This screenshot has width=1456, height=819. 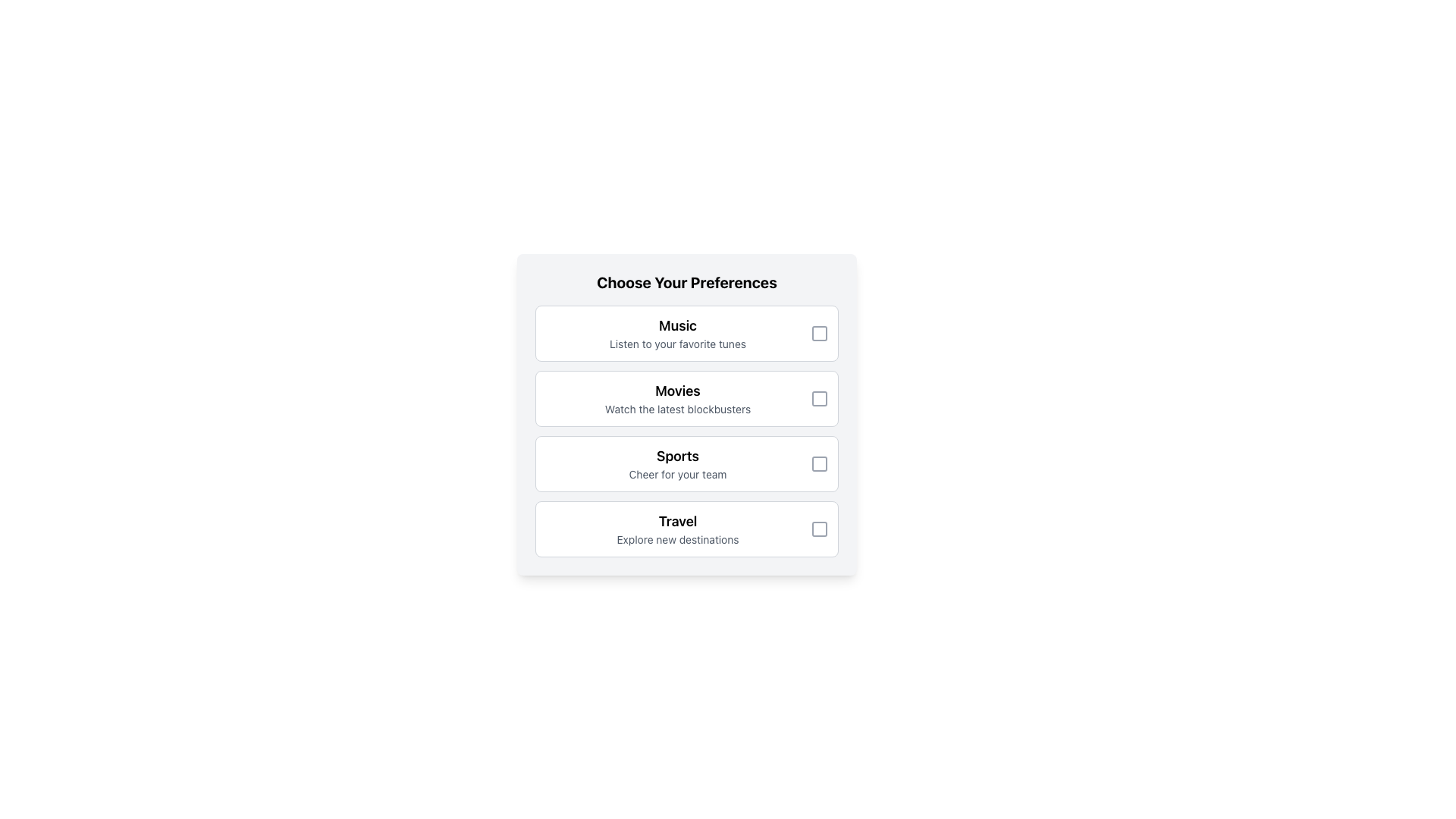 I want to click on the bold, black-colored text reading 'Sports' which is the third item in the list under the heading 'Choose Your Preferences.', so click(x=676, y=455).